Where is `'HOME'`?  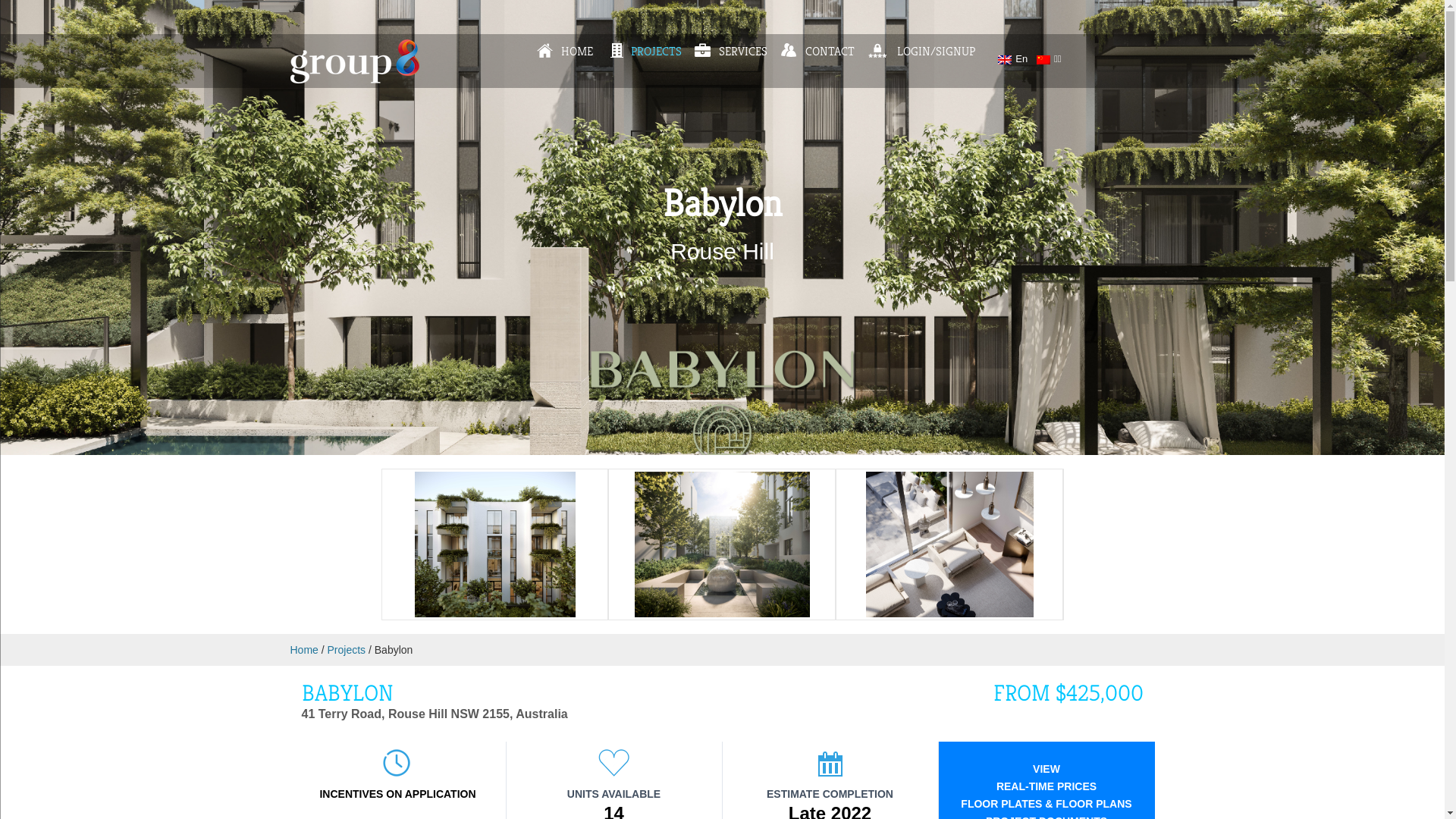 'HOME' is located at coordinates (563, 51).